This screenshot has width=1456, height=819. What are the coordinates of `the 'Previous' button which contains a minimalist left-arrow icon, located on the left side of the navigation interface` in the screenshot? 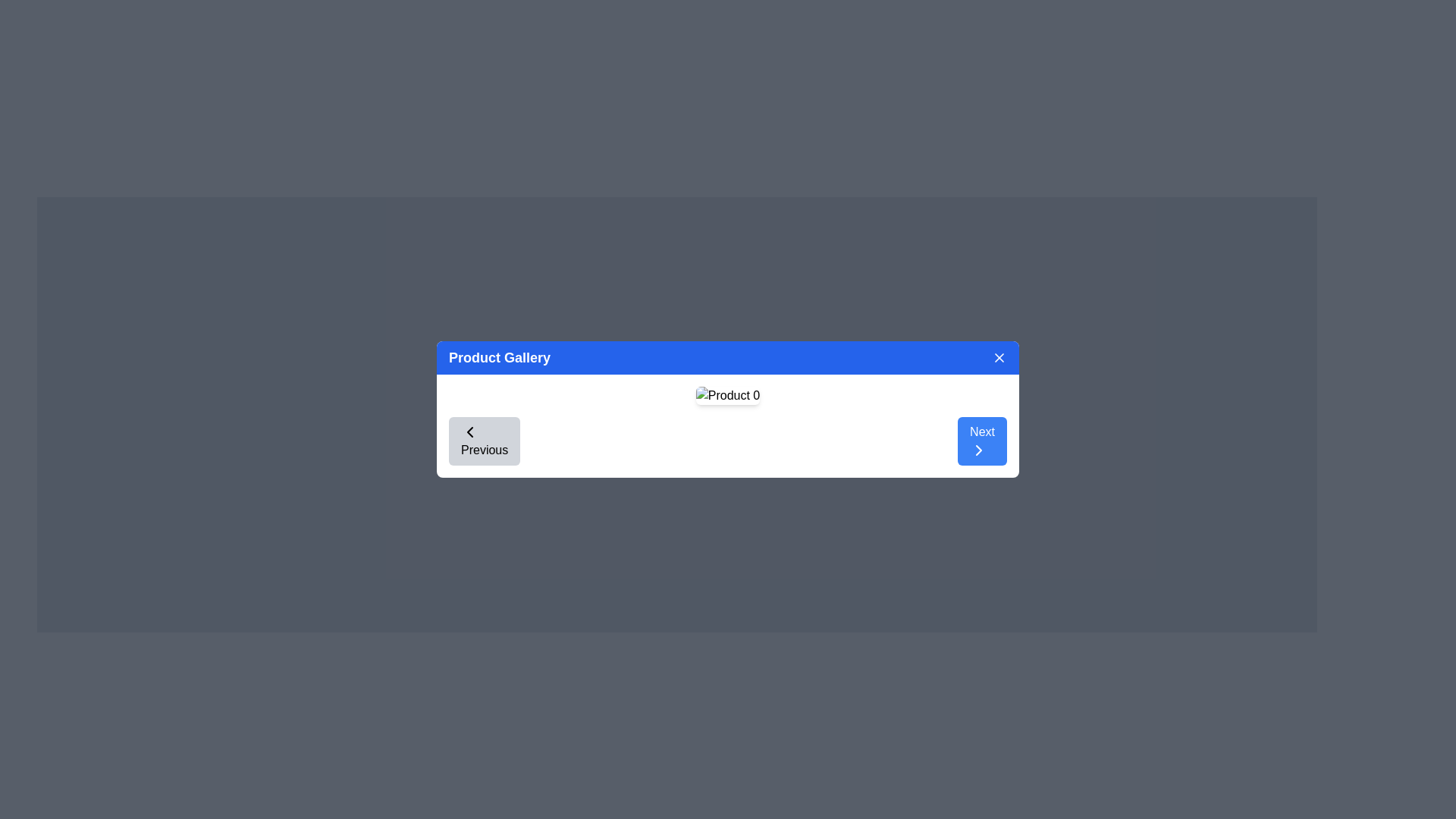 It's located at (469, 432).